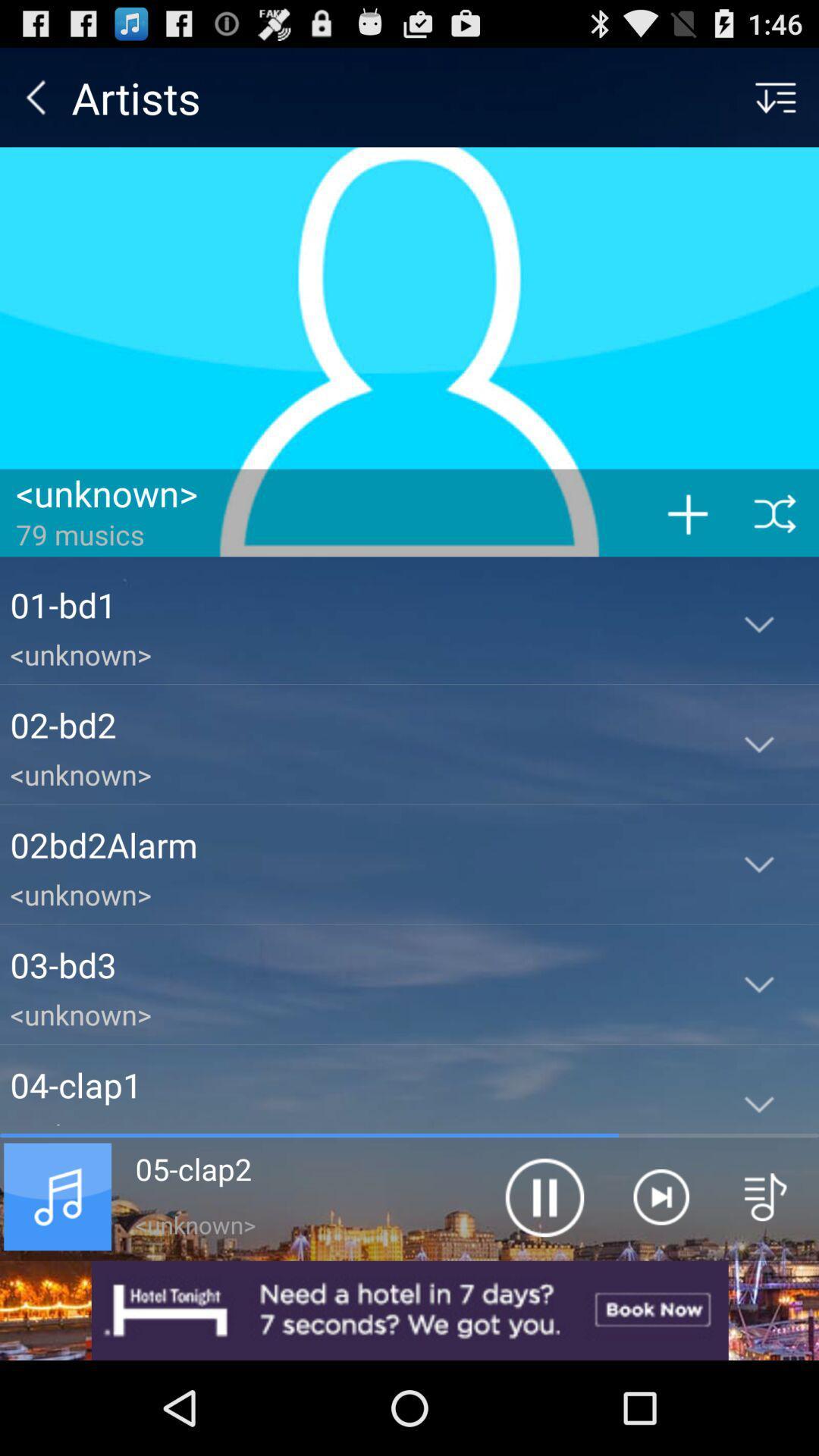 The width and height of the screenshot is (819, 1456). Describe the element at coordinates (35, 103) in the screenshot. I see `the arrow_backward icon` at that location.